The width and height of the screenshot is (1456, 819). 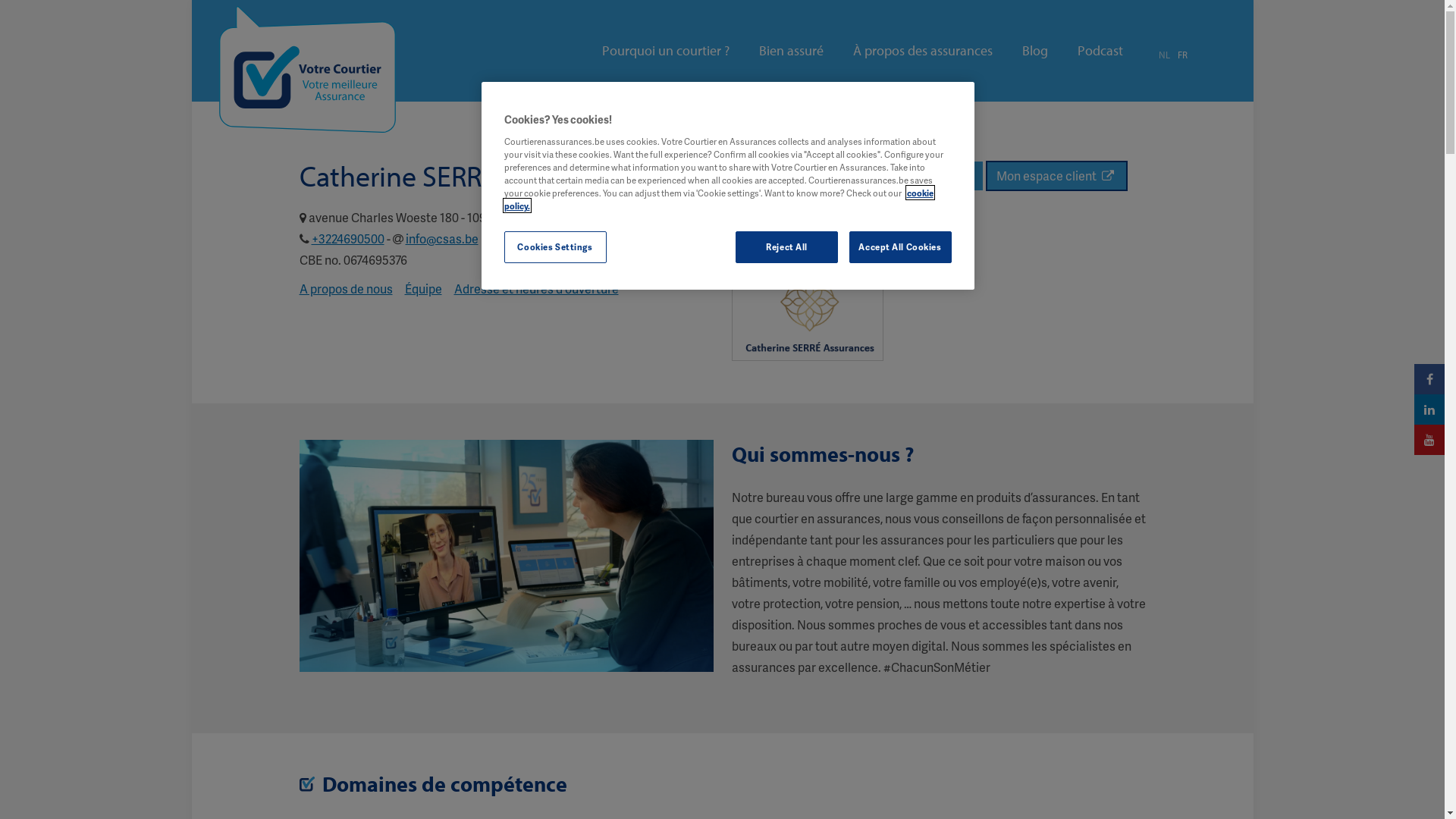 I want to click on 'Cookies Settings', so click(x=554, y=246).